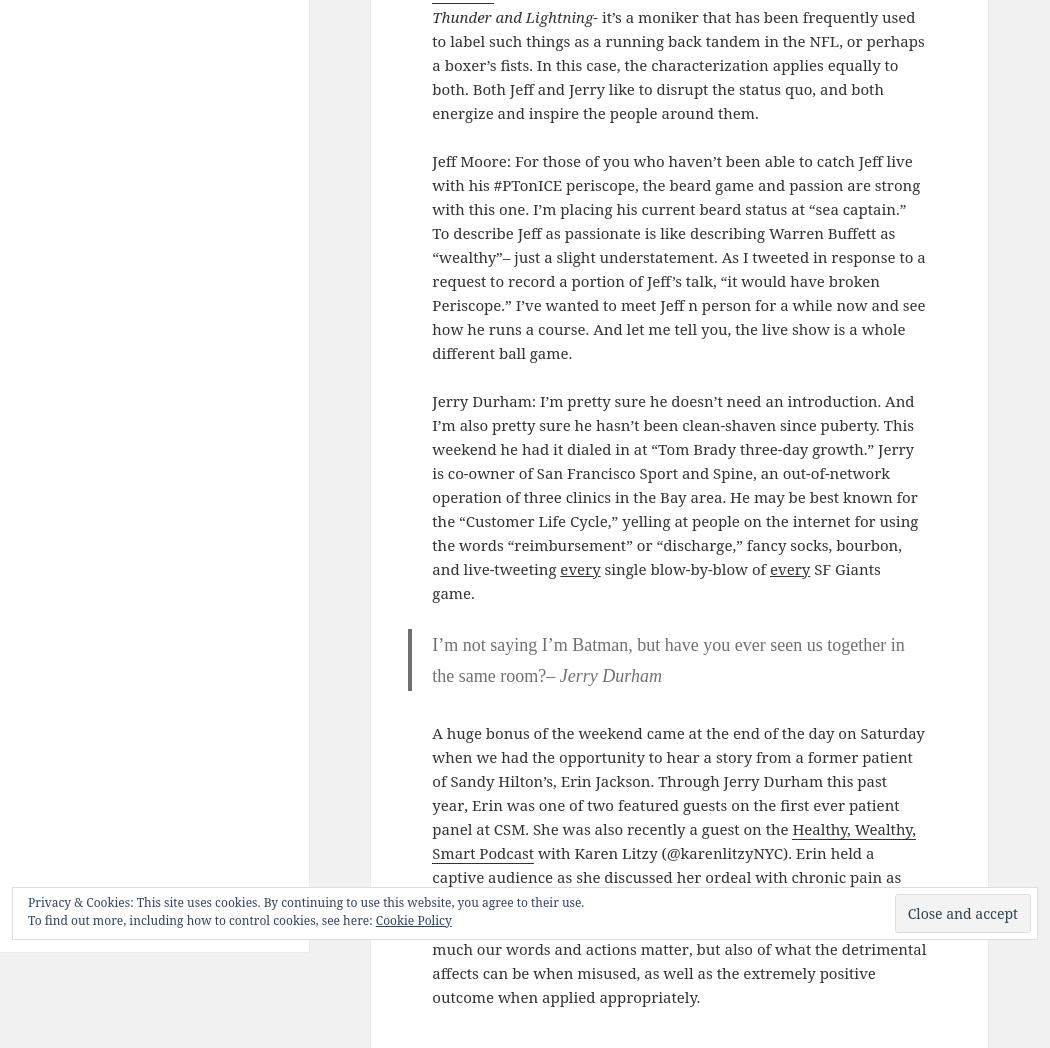 This screenshot has height=1048, width=1050. What do you see at coordinates (679, 924) in the screenshot?
I see `'with Karen Litzy (@karenlitzyNYC). Erin held a captive audience as she discussed her ordeal with chronic pain as well as the lengths she had to go through navigating the U,S. healthcare system.  It was a powerful reminder of not only how much our words and actions matter, but also of what the detrimental affects can be when misused, as well as the extremely positive outcome when applied appropriately.'` at bounding box center [679, 924].